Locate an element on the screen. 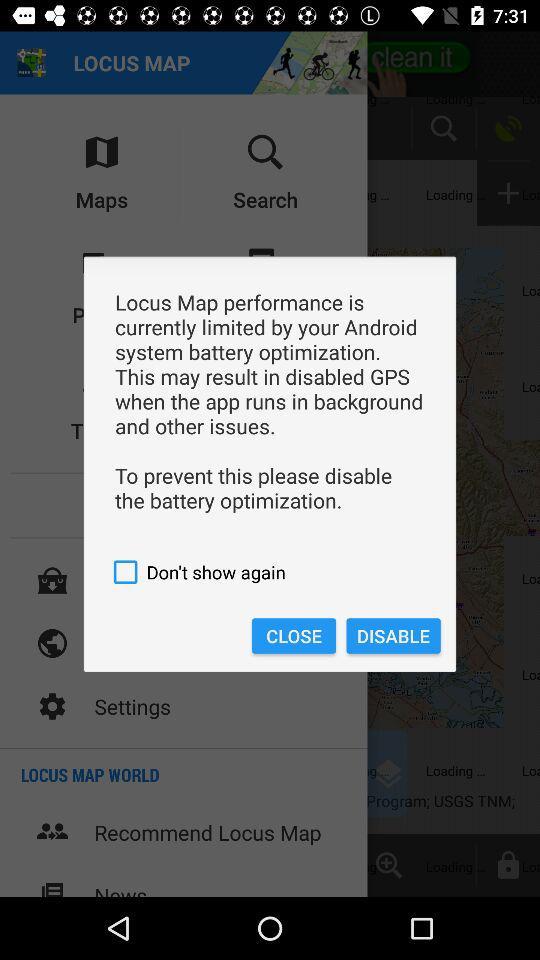 Image resolution: width=540 pixels, height=960 pixels. item next to the disable icon is located at coordinates (292, 635).